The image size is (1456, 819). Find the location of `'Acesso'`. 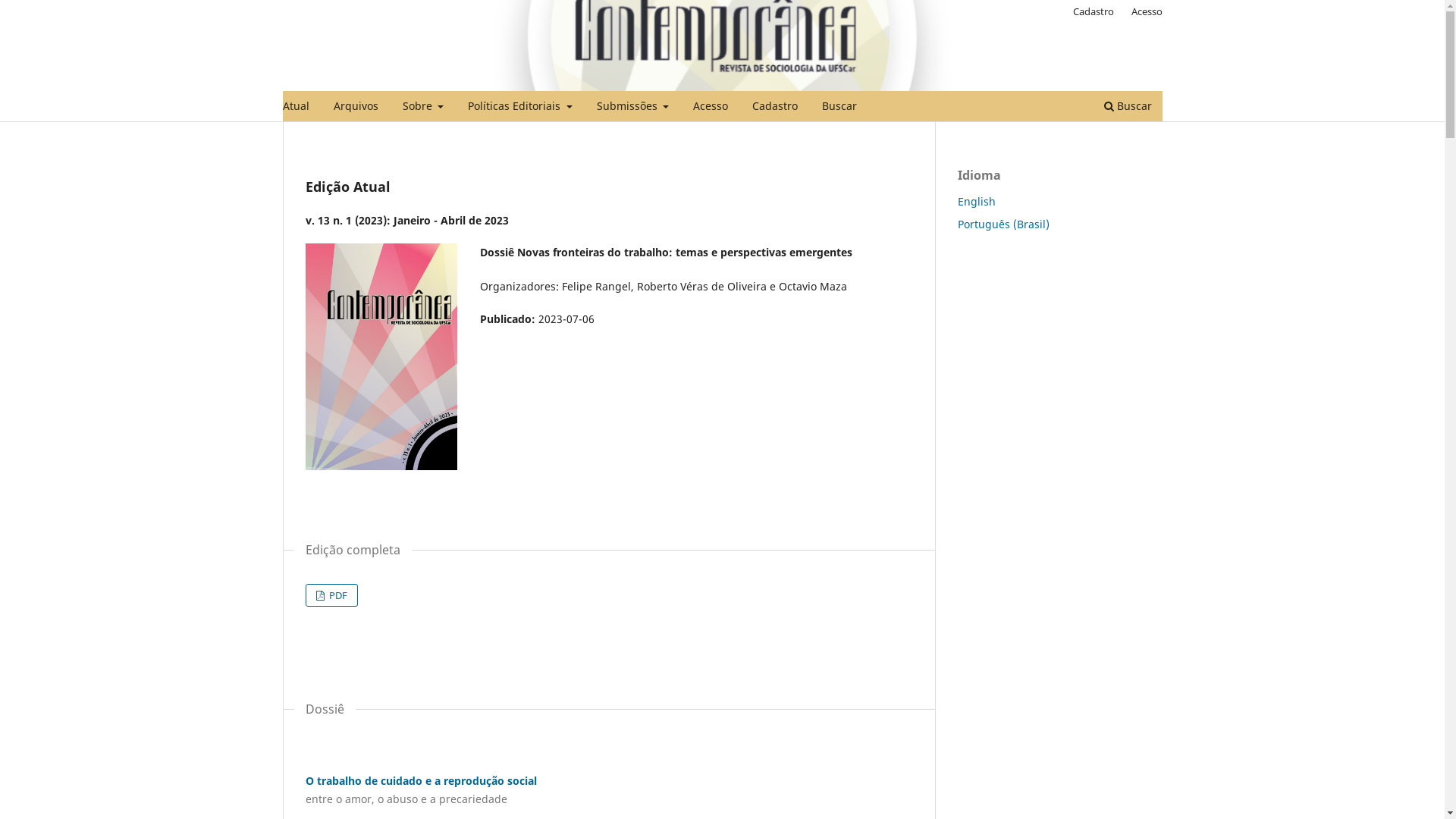

'Acesso' is located at coordinates (1124, 11).